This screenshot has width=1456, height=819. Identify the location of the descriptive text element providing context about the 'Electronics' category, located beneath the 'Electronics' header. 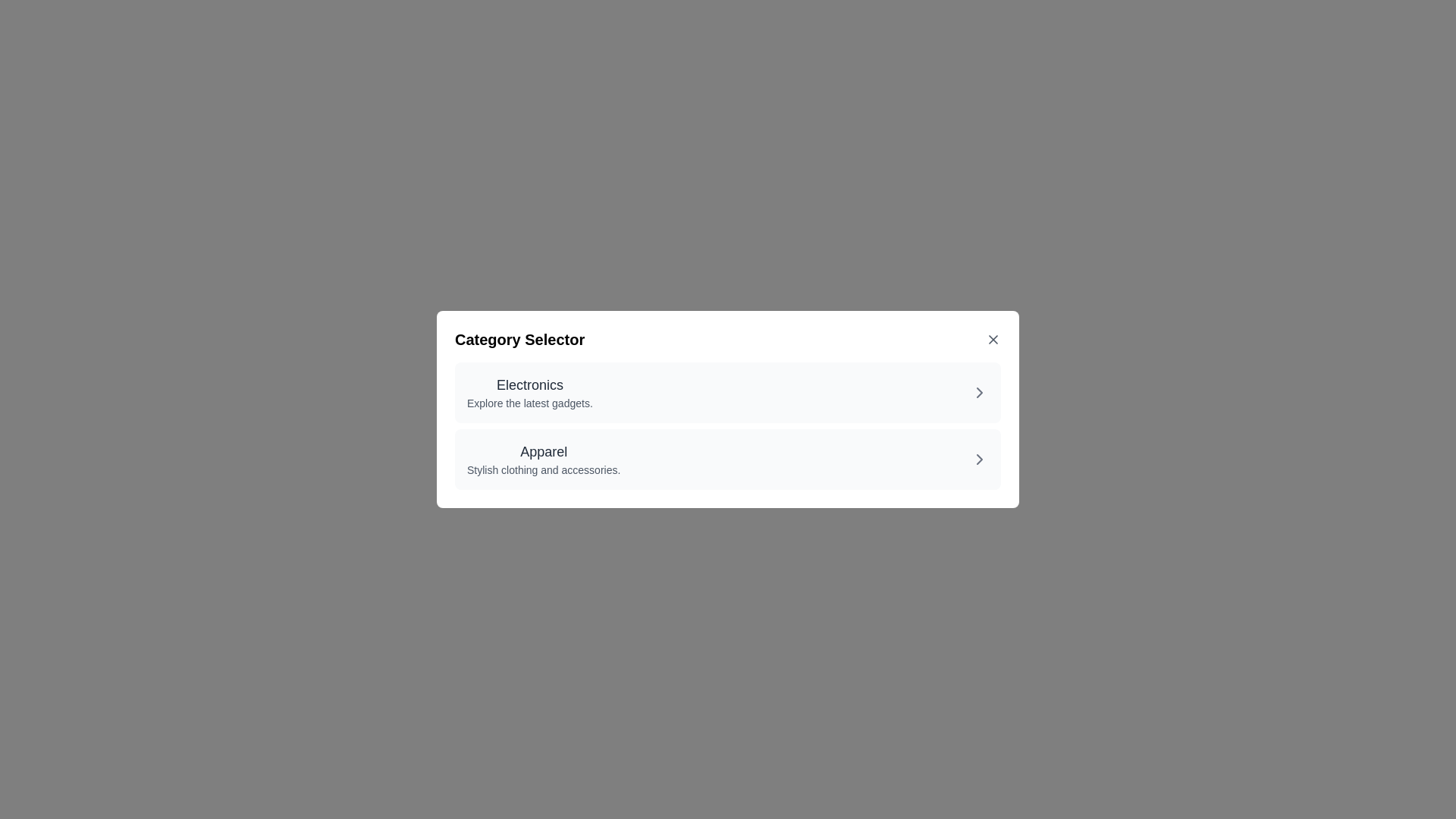
(529, 403).